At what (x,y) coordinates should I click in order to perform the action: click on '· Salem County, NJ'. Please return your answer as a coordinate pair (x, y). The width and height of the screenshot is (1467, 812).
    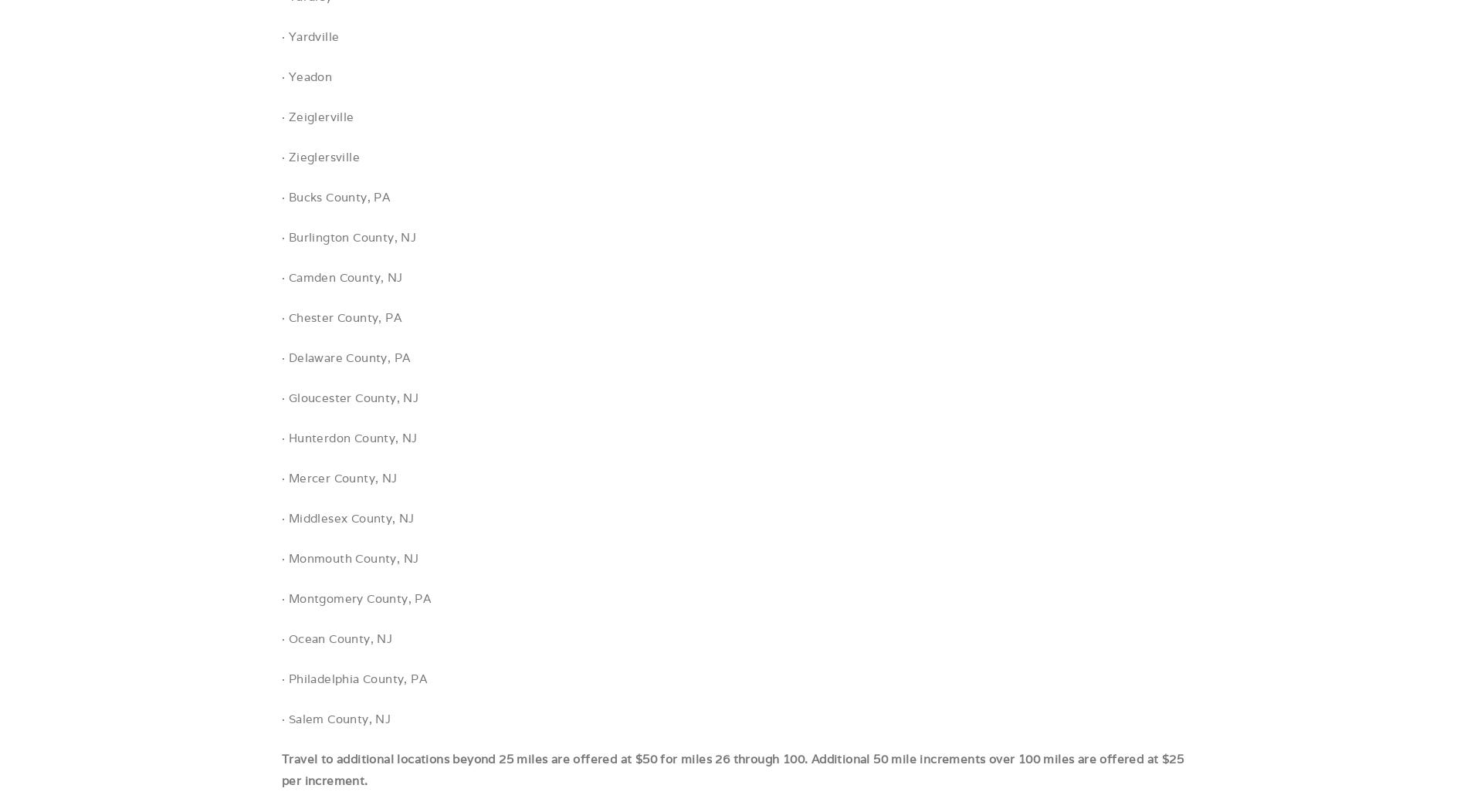
    Looking at the image, I should click on (335, 718).